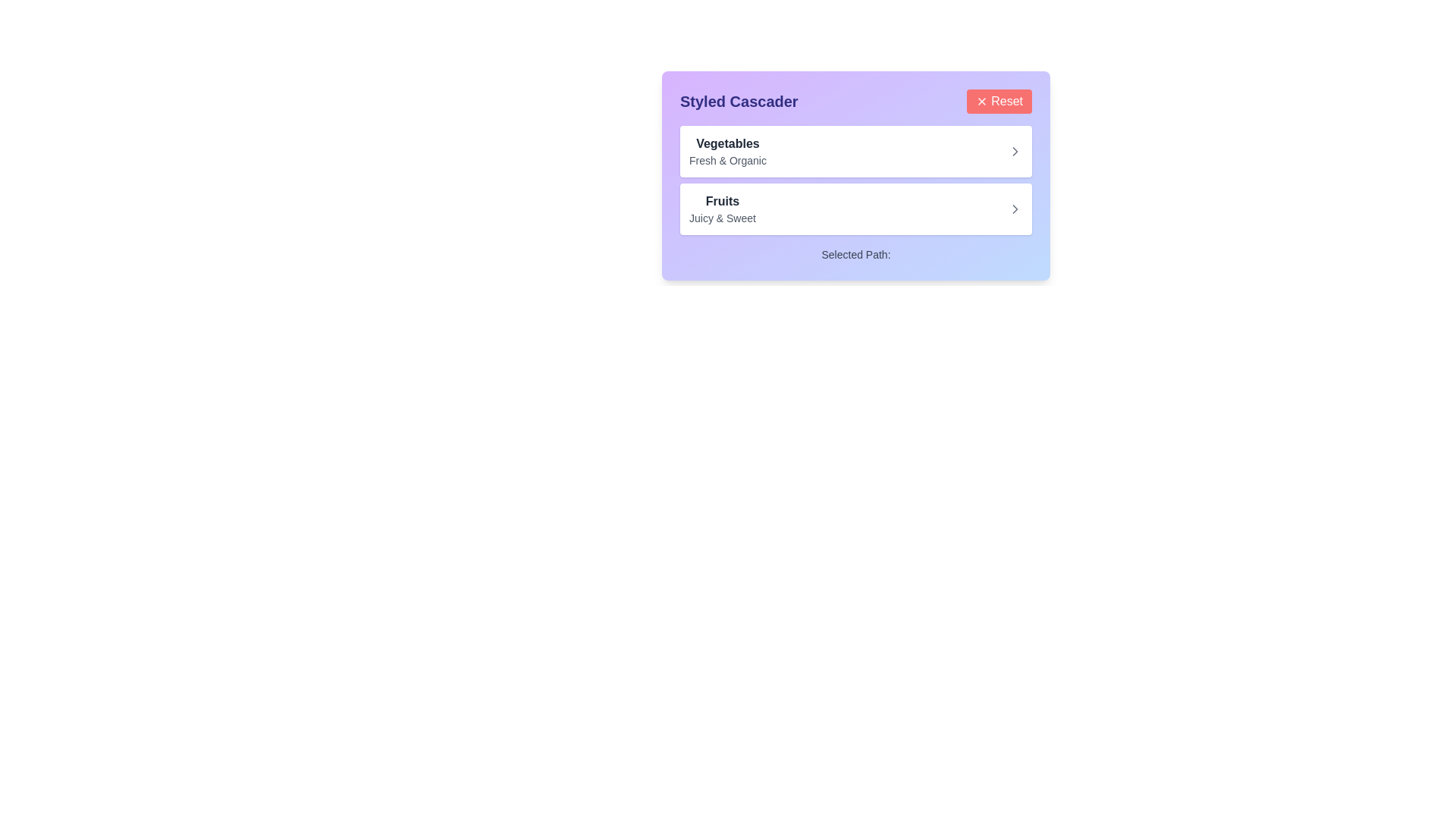 The height and width of the screenshot is (819, 1456). What do you see at coordinates (721, 218) in the screenshot?
I see `the descriptive text label that displays 'Juicy & Sweet', which is styled in small gray font and located directly beneath the title 'Fruits'` at bounding box center [721, 218].